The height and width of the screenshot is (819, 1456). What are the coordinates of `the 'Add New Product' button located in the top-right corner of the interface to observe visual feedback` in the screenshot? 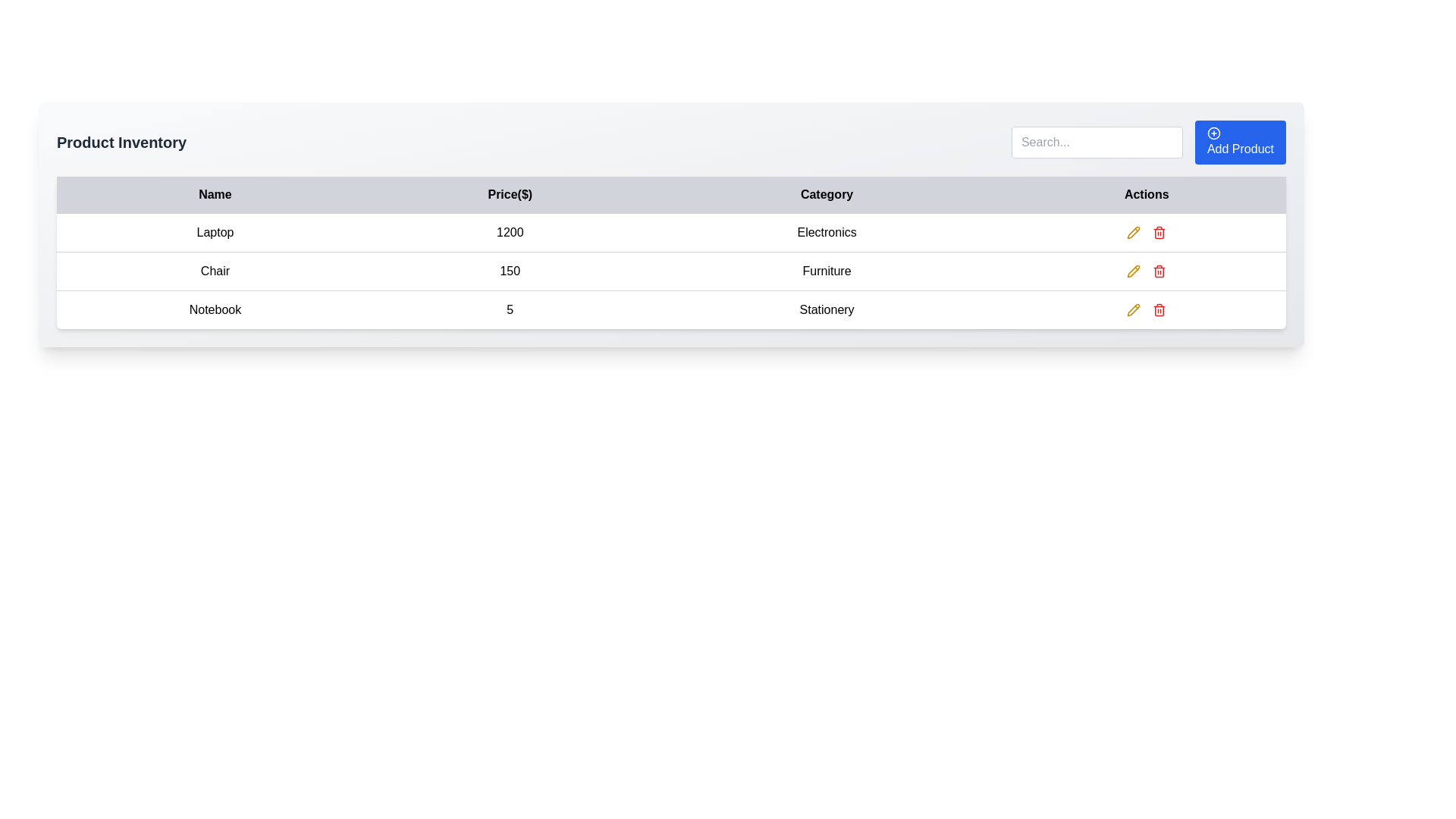 It's located at (1241, 143).